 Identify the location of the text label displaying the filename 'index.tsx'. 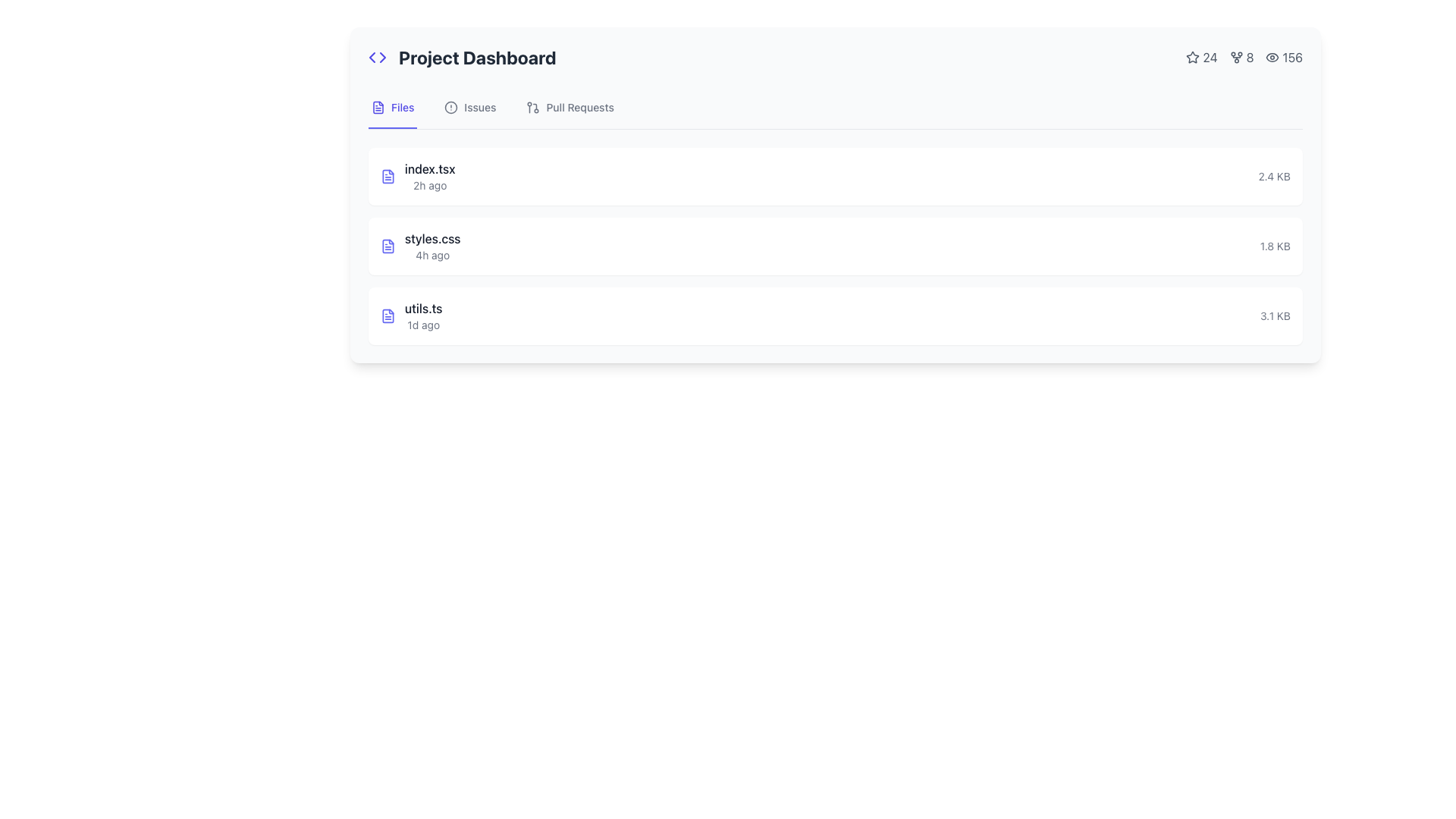
(428, 169).